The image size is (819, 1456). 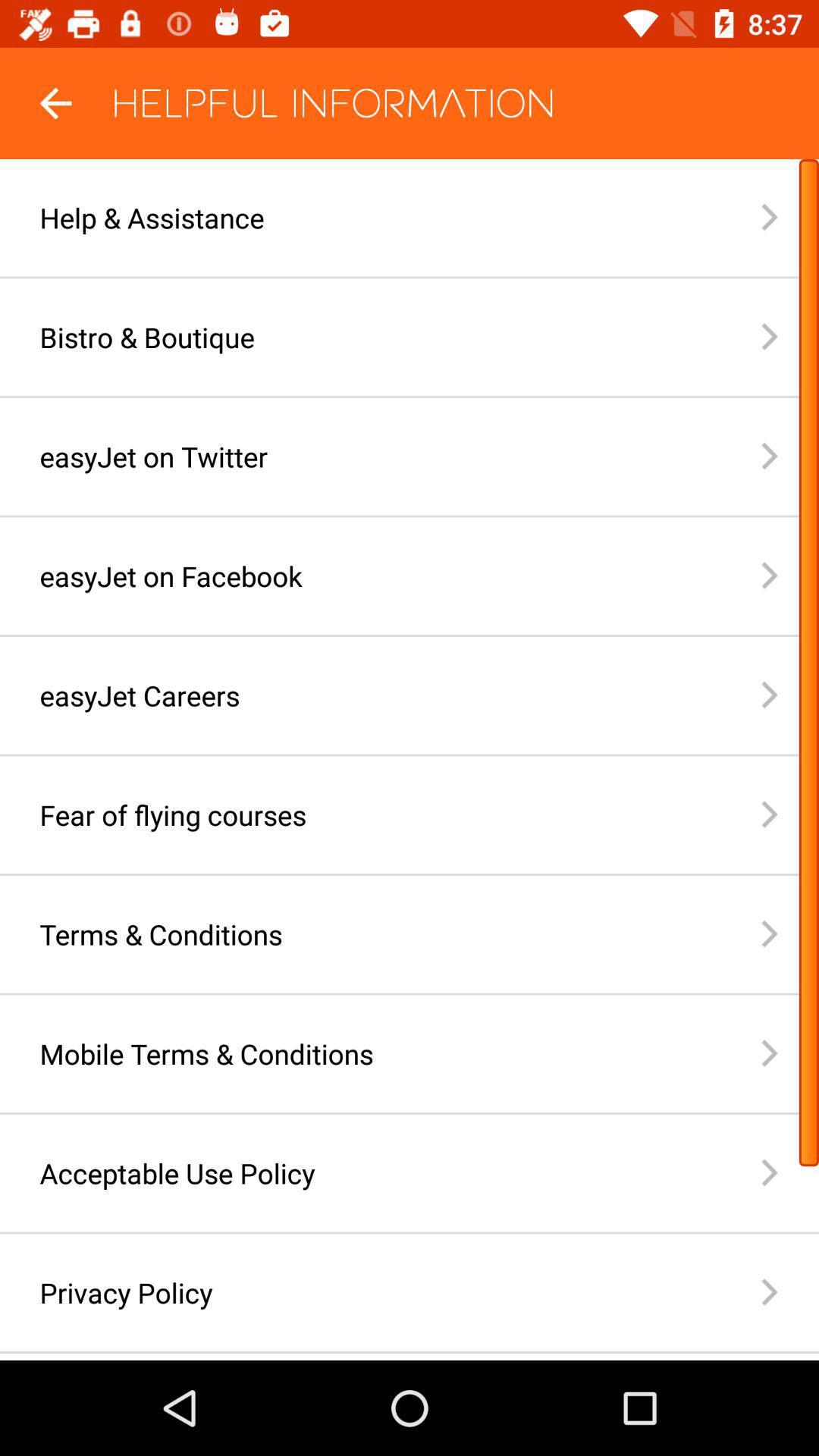 I want to click on the arrow button which is before easyjet careers on page, so click(x=789, y=694).